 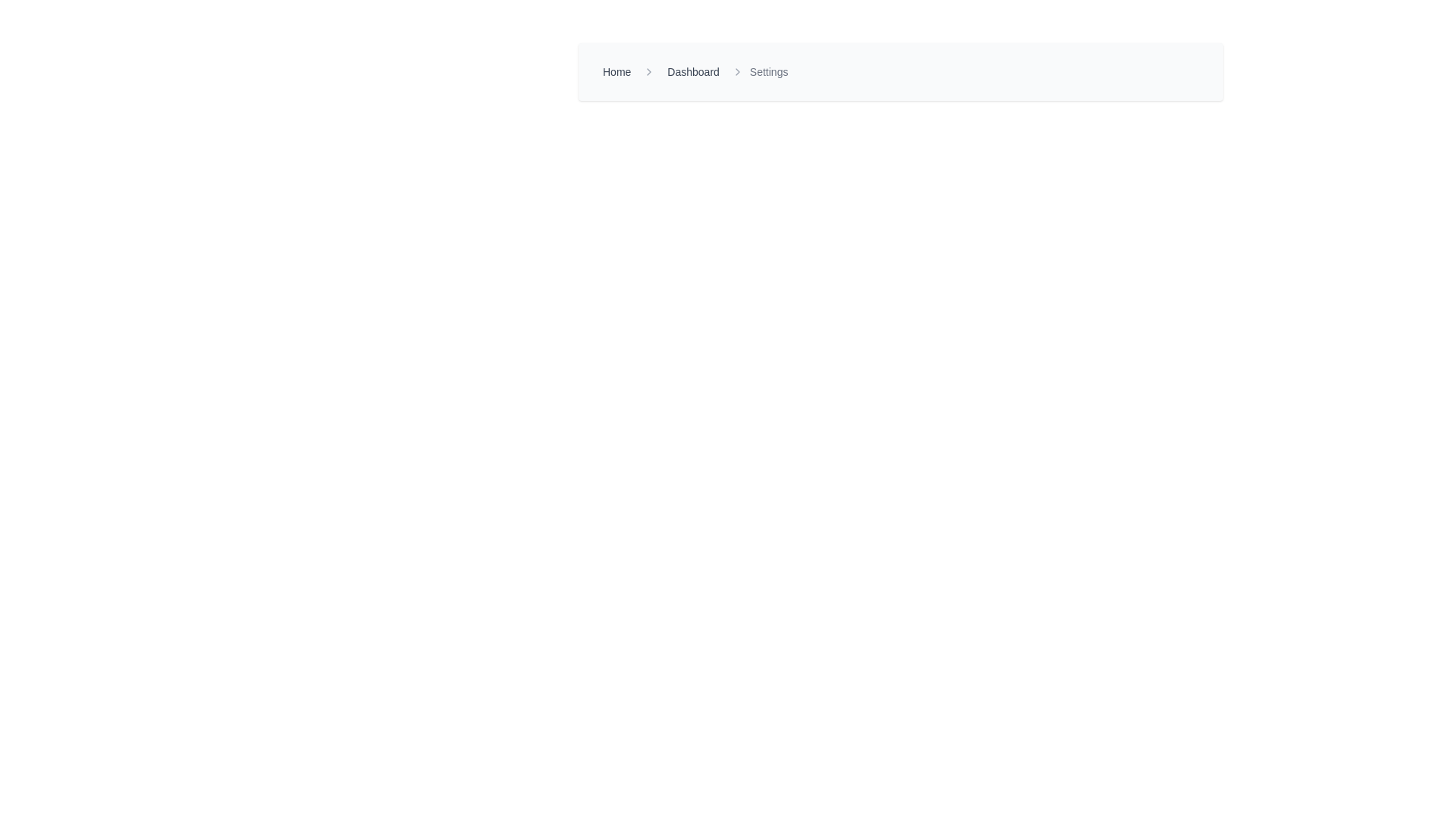 What do you see at coordinates (617, 72) in the screenshot?
I see `the 'Home' hyperlink in the breadcrumb navigation` at bounding box center [617, 72].